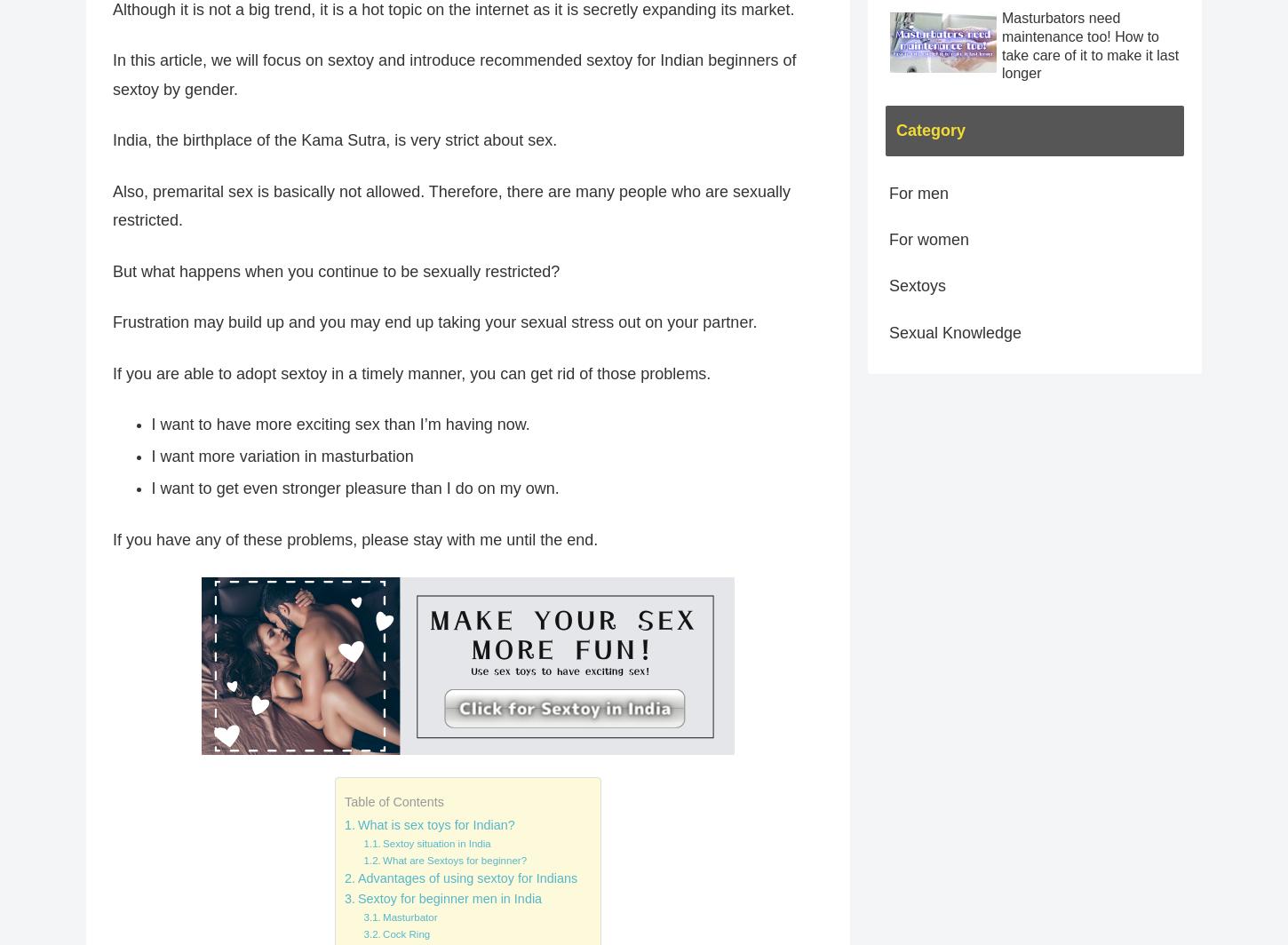  Describe the element at coordinates (405, 933) in the screenshot. I see `'Cock Ring'` at that location.